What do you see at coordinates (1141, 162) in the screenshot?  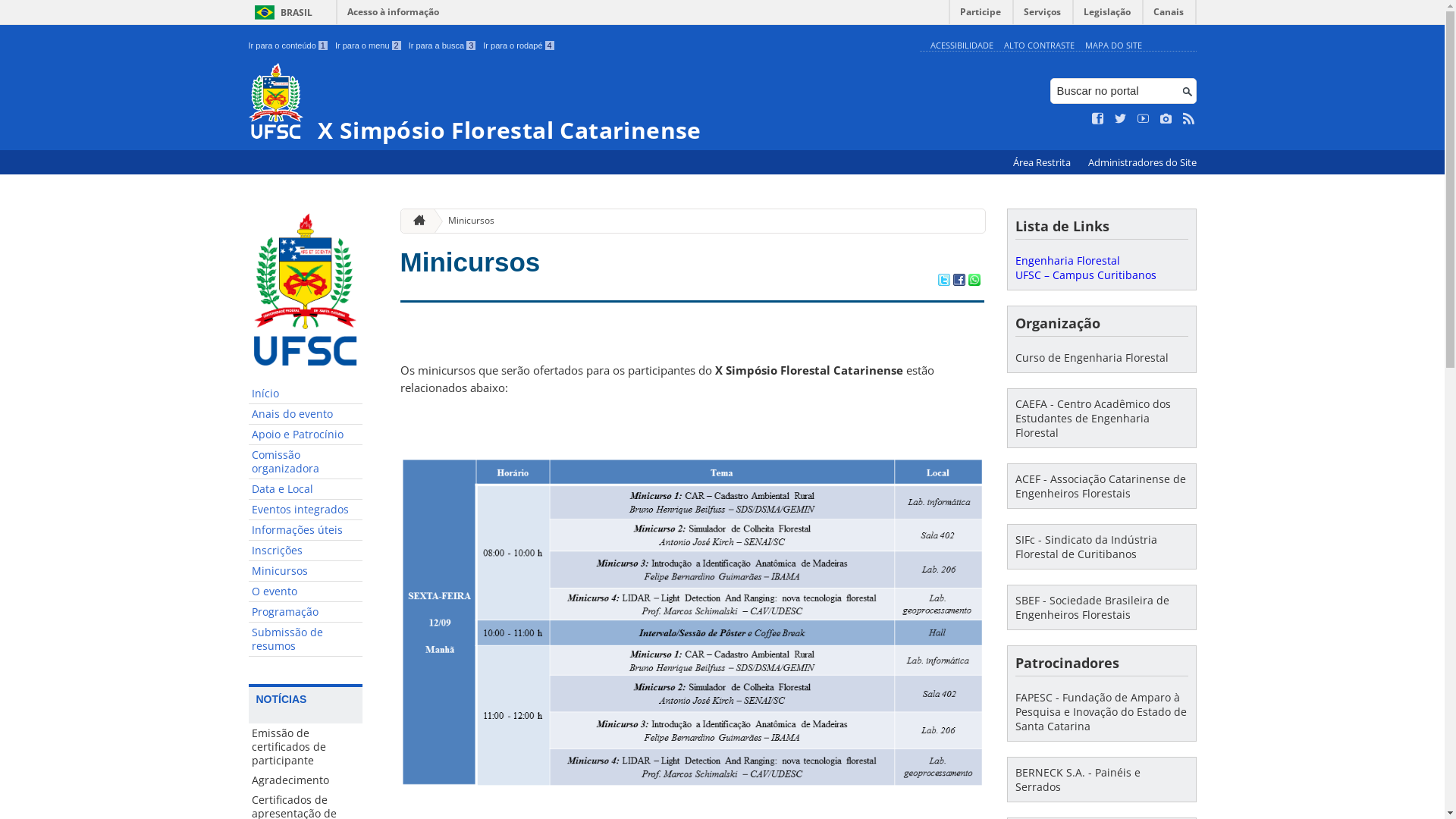 I see `'Administradores do Site'` at bounding box center [1141, 162].